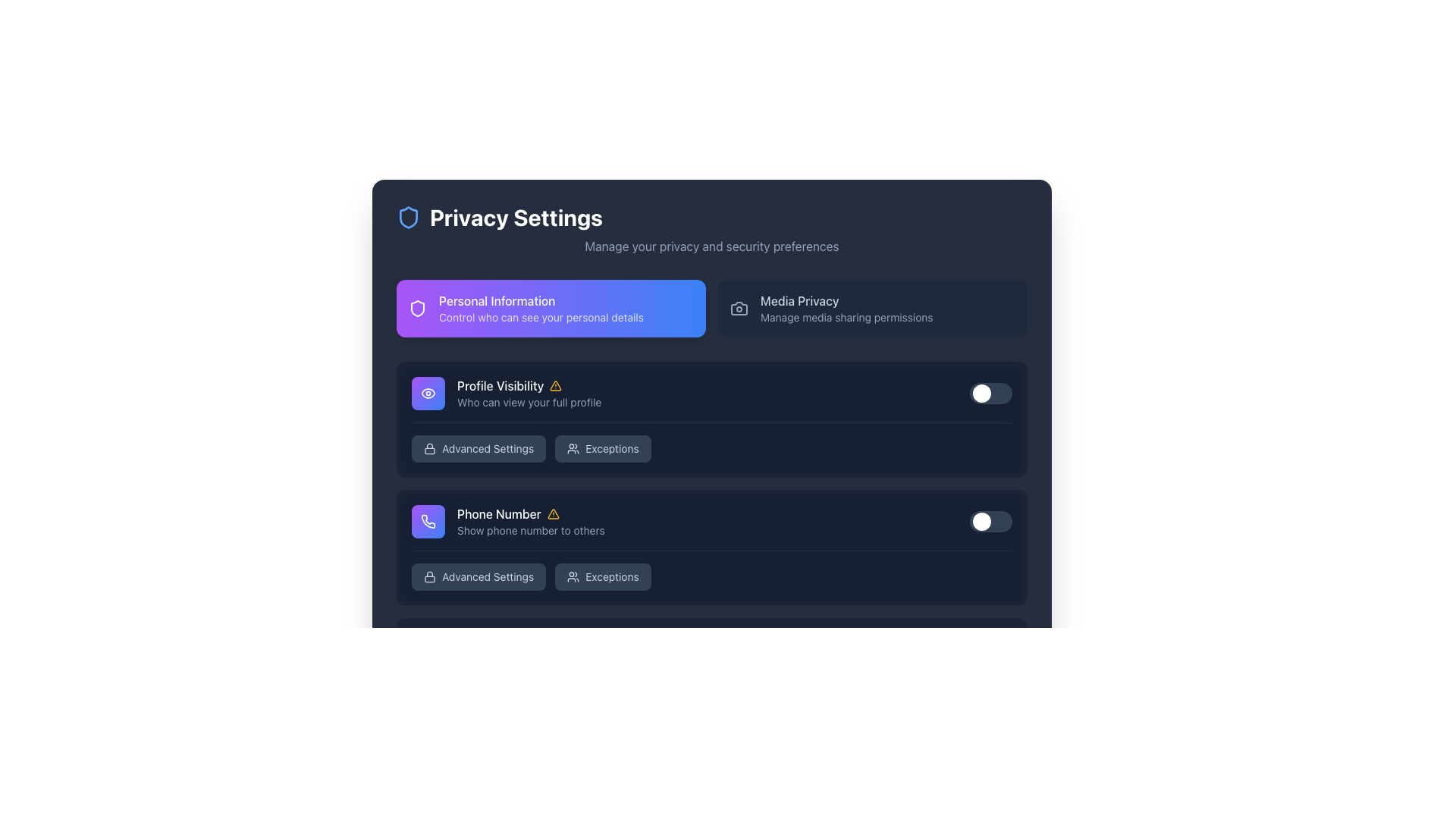  I want to click on the warning icon located immediately adjacent to the 'Phone Number' text label in the settings section, so click(552, 513).